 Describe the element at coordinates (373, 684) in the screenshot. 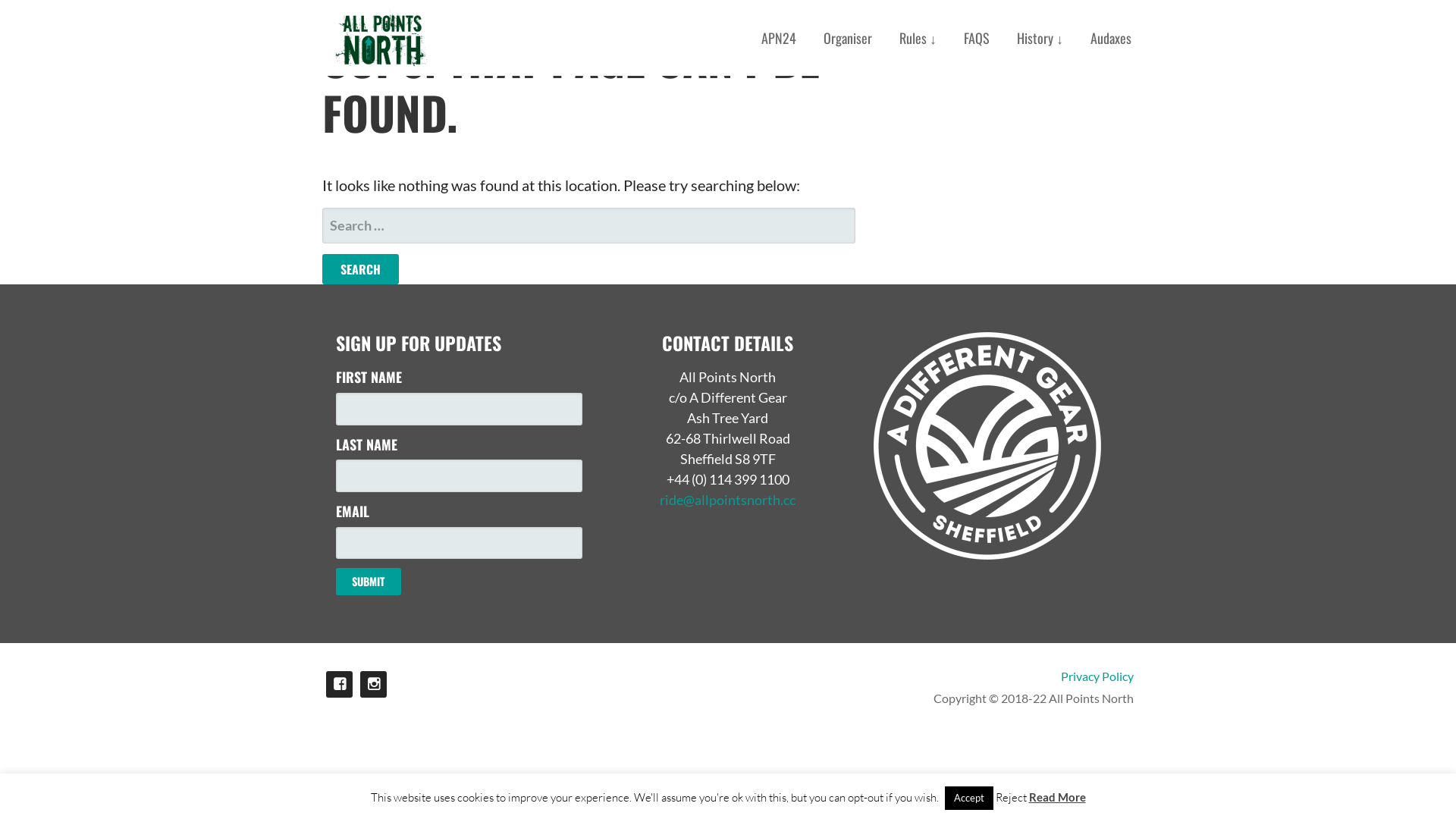

I see `'INSTAGRAM'` at that location.